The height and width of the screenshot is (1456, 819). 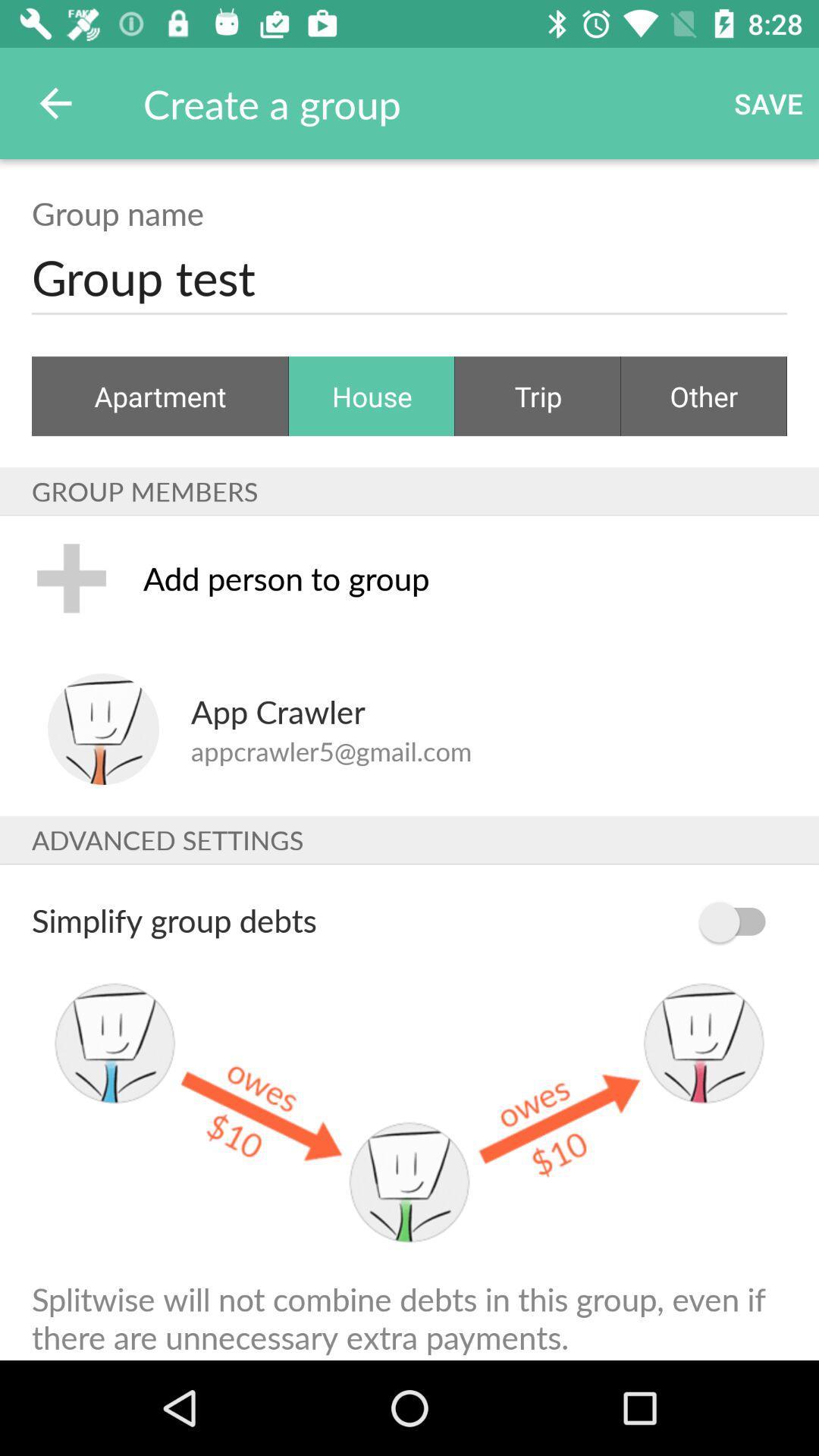 I want to click on add person to, so click(x=464, y=577).